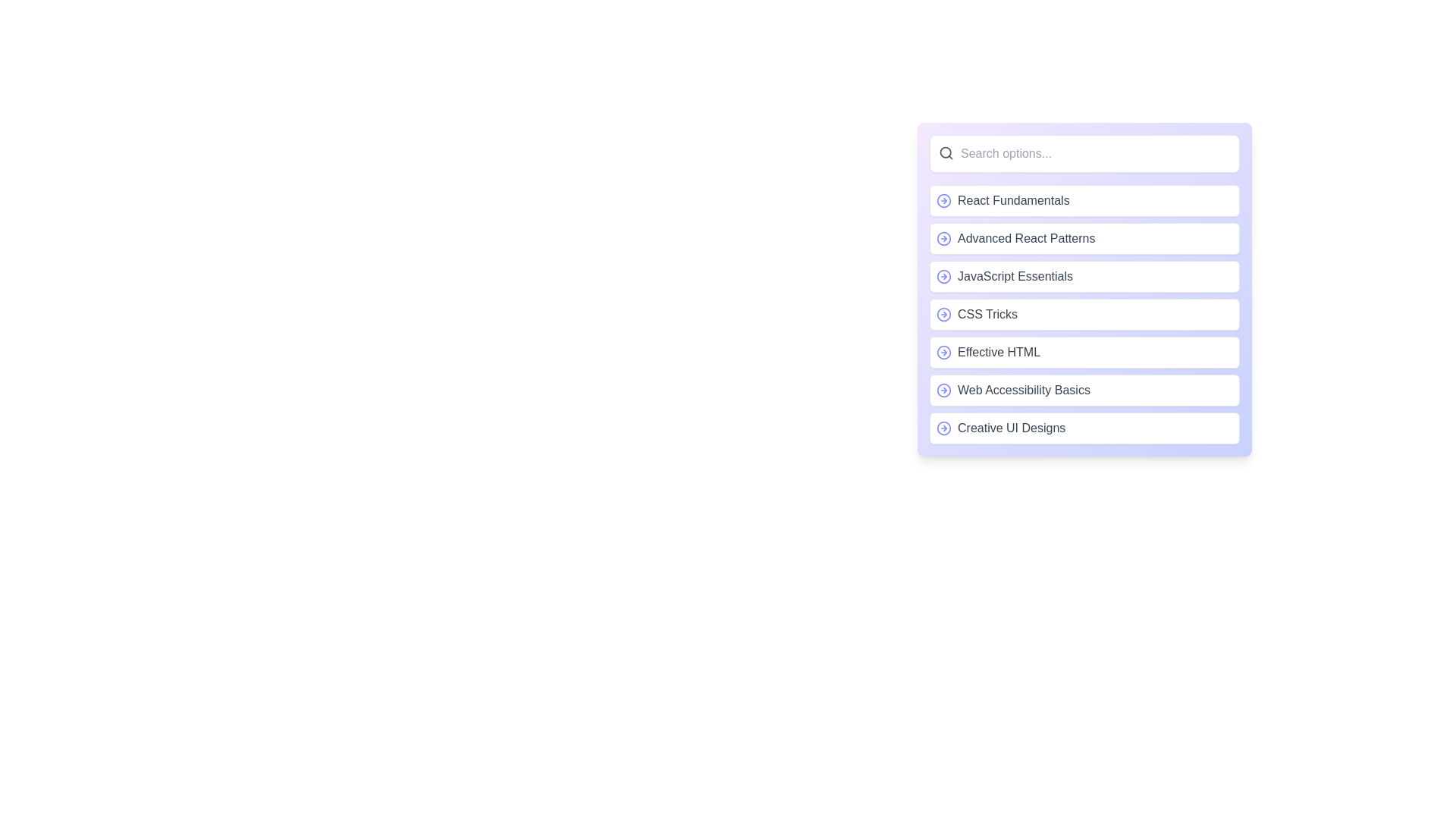 The height and width of the screenshot is (819, 1456). Describe the element at coordinates (943, 200) in the screenshot. I see `the 'circle-arrow-right' icon next to the 'React Fundamentals' text for accessibility navigation` at that location.